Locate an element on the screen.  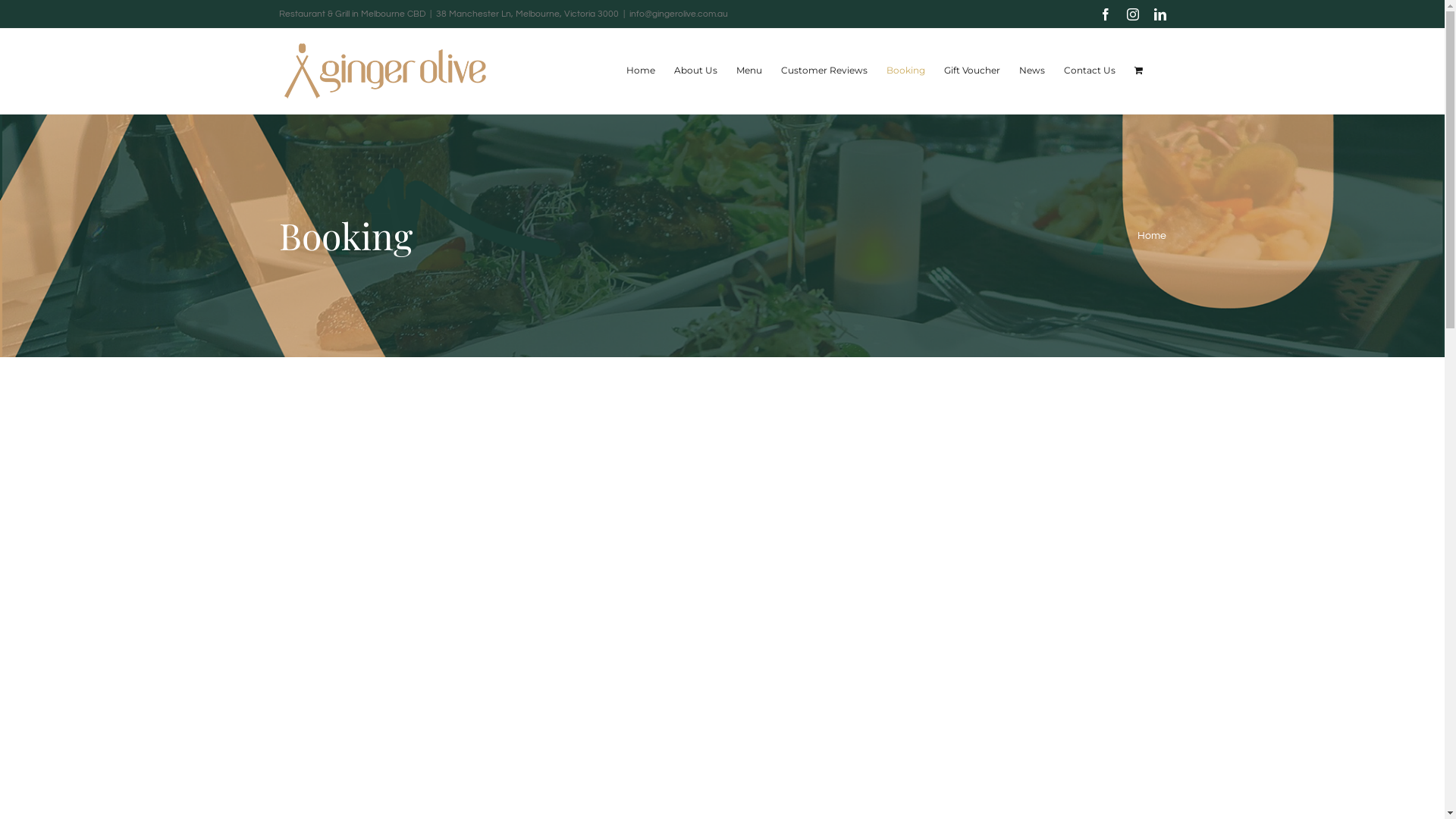
'News' is located at coordinates (1031, 70).